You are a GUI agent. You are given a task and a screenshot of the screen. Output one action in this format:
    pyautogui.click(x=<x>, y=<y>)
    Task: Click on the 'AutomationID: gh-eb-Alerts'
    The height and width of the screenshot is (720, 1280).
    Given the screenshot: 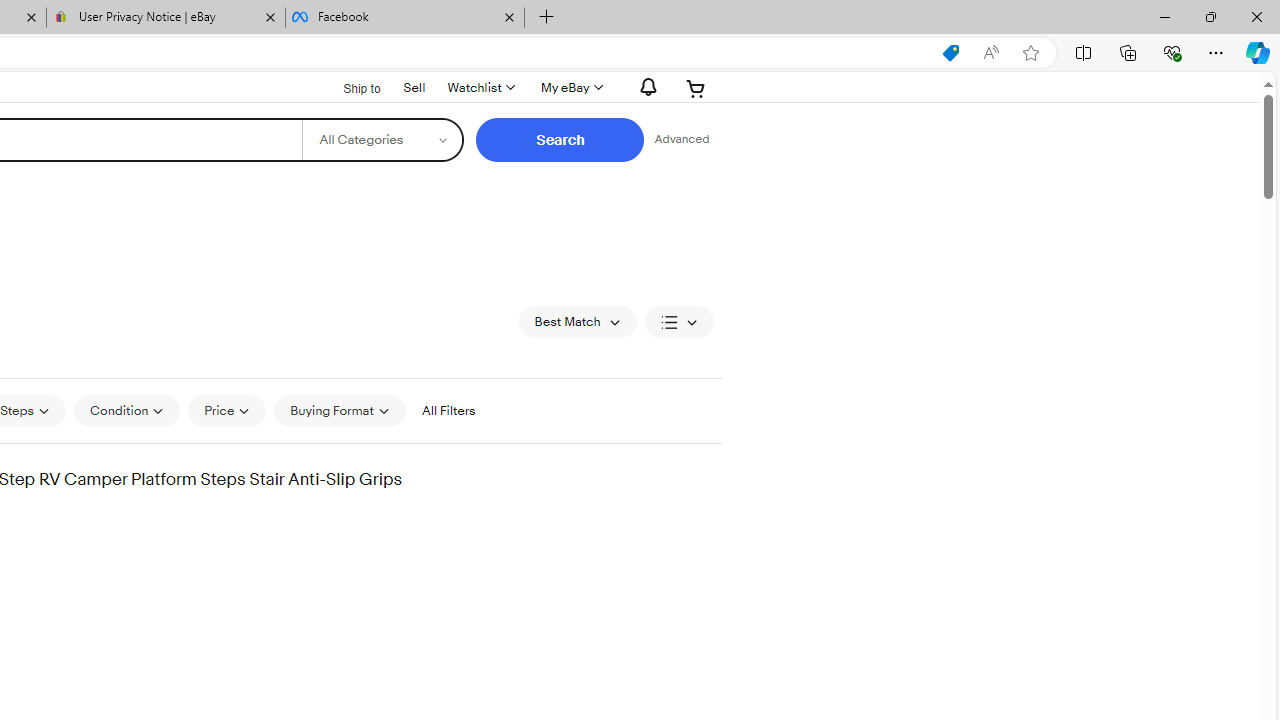 What is the action you would take?
    pyautogui.click(x=645, y=86)
    